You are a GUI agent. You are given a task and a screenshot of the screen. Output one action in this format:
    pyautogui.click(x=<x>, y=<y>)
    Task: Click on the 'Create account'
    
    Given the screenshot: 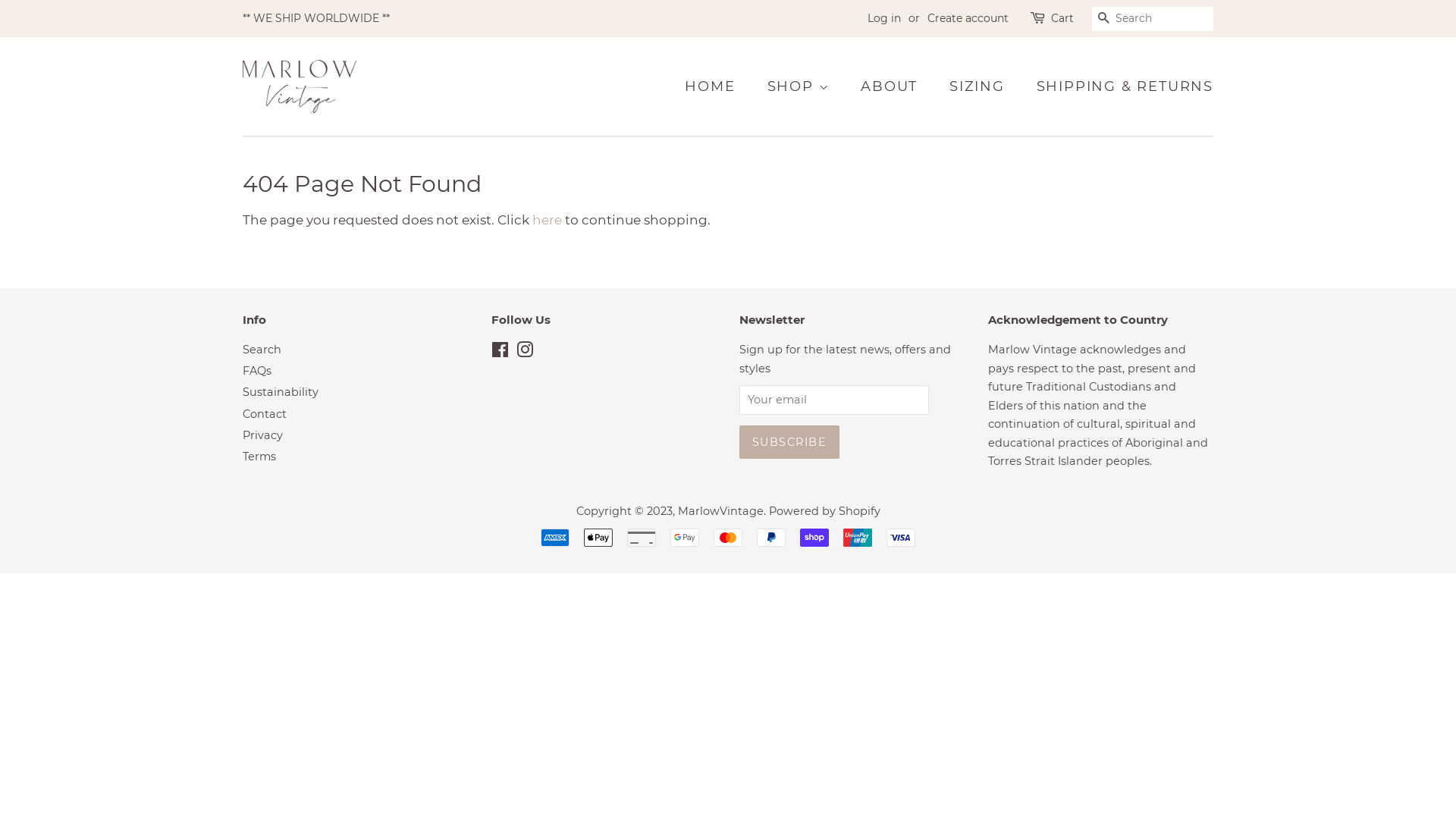 What is the action you would take?
    pyautogui.click(x=967, y=17)
    